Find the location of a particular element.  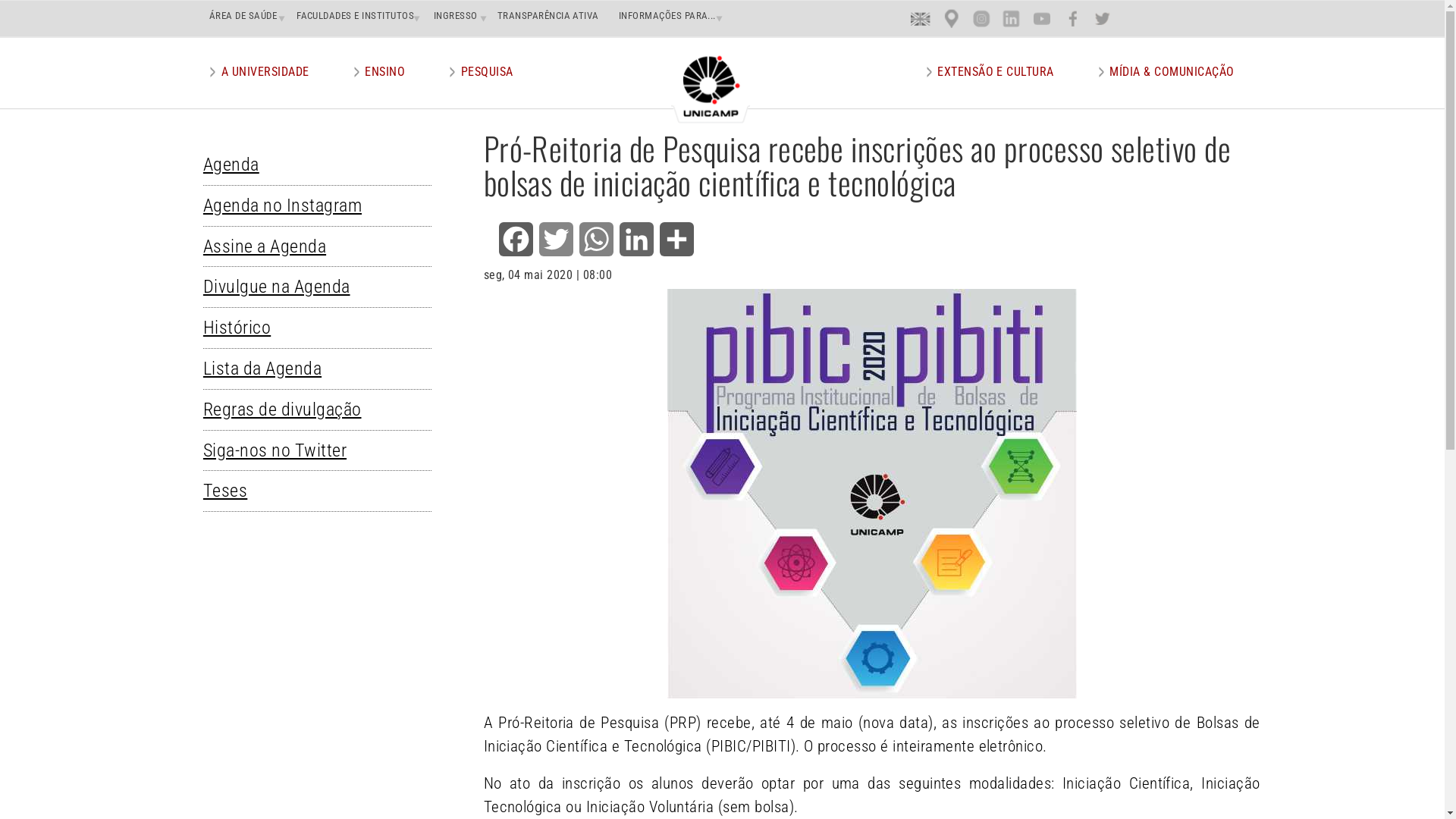

'WhatsApp' is located at coordinates (595, 239).